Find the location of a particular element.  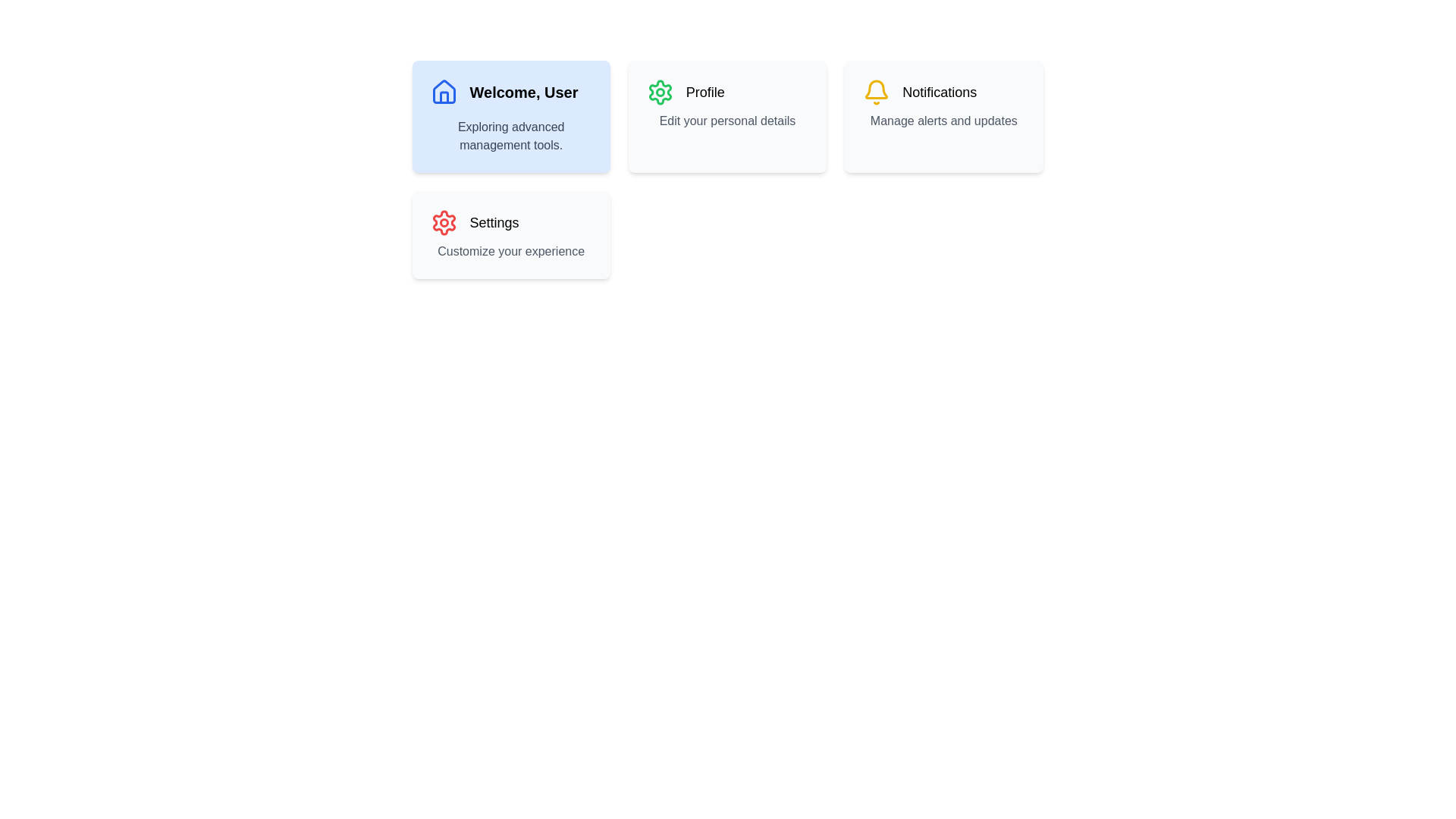

text element that displays 'Welcome, User' styled as a header on a light blue background card, located in the first row and leftmost column of the grid layout, to the right of the house icon is located at coordinates (524, 93).